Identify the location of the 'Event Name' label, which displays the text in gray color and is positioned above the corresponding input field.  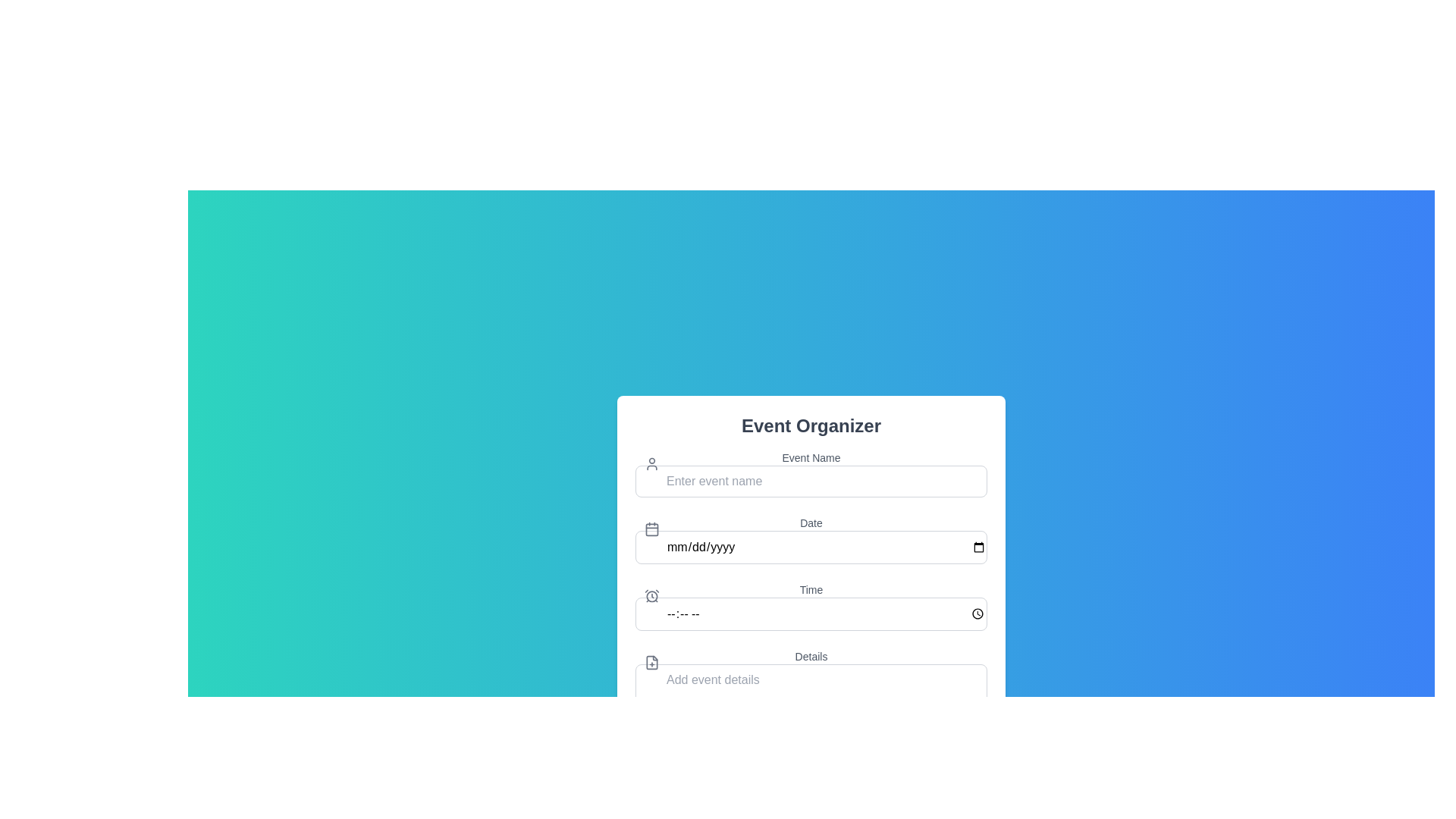
(811, 457).